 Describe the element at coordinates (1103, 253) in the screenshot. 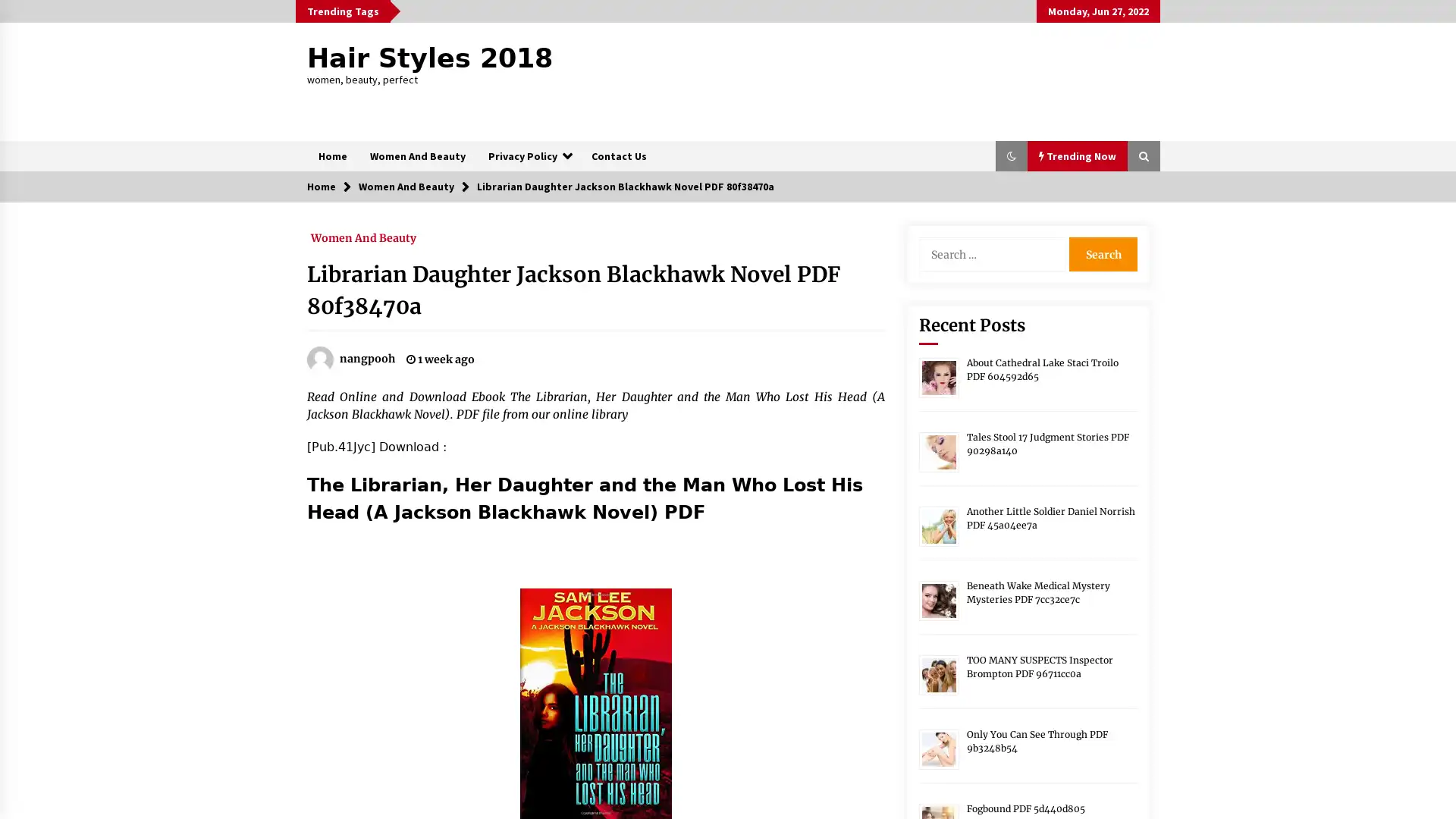

I see `Search` at that location.